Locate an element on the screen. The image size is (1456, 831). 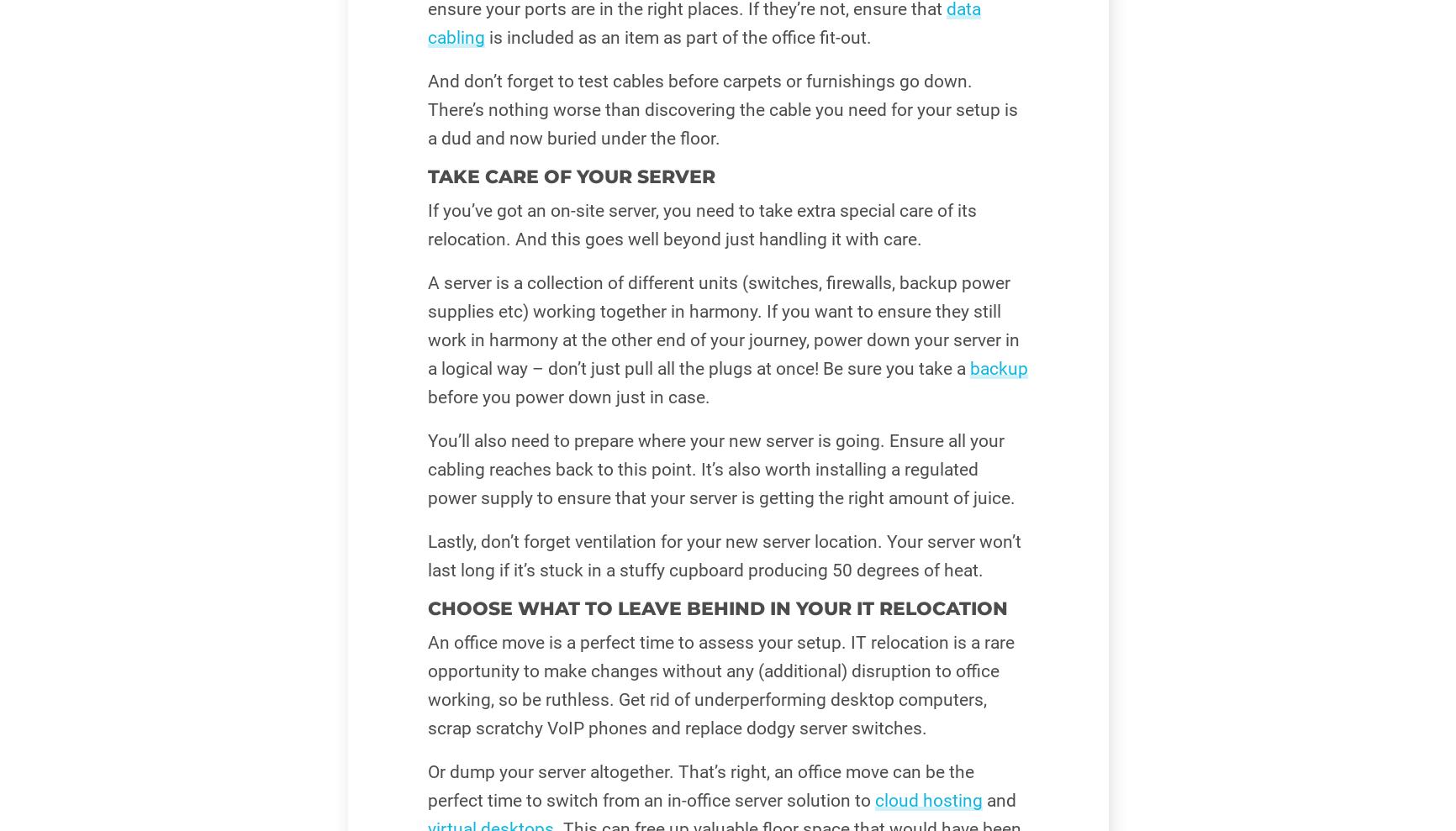
'before you power down just in case.' is located at coordinates (567, 397).